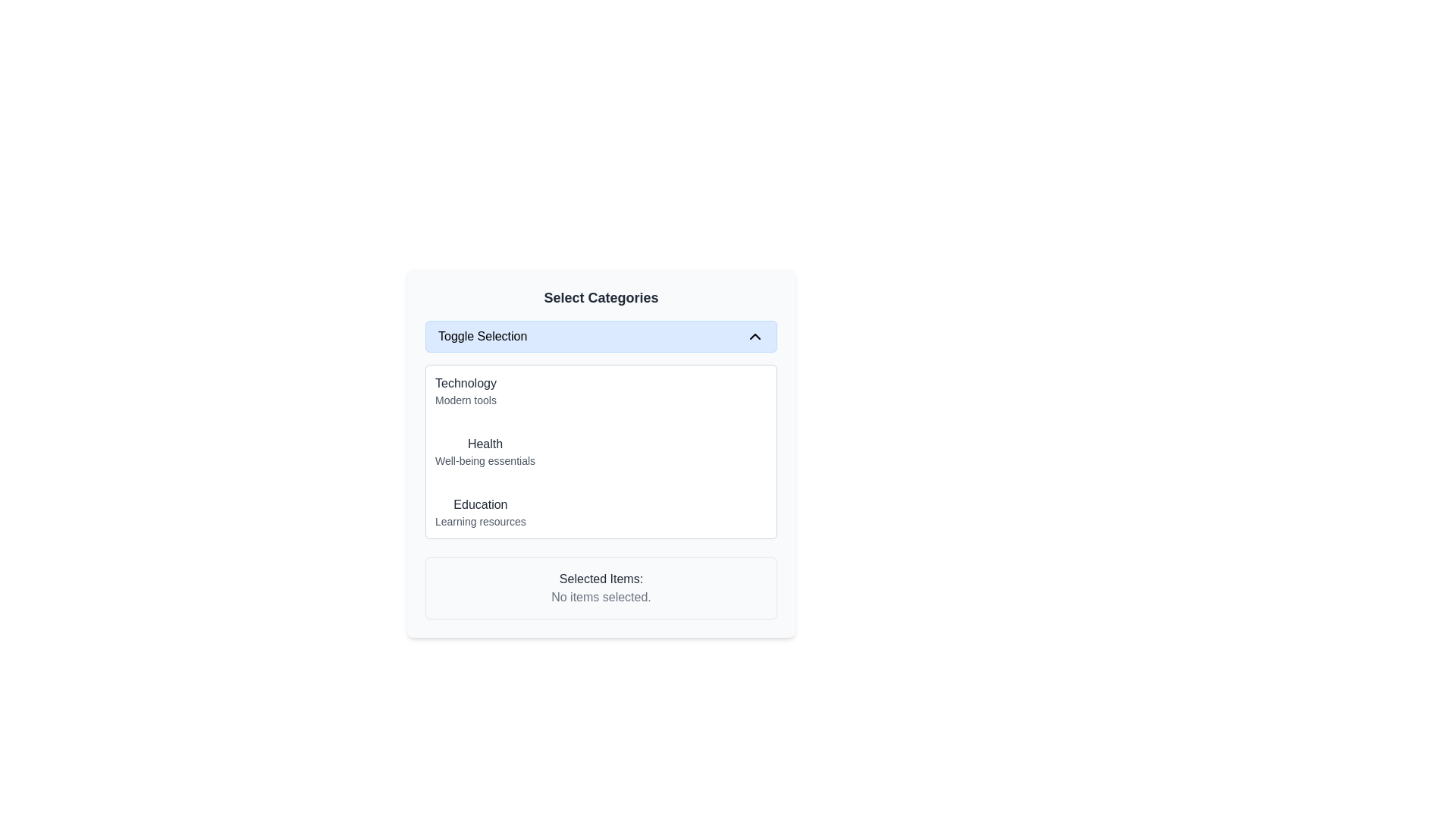 The height and width of the screenshot is (819, 1456). Describe the element at coordinates (484, 444) in the screenshot. I see `the non-interactive category label located in the second slot of the vertical list within the 'Select Categories' panel, positioned between 'Technology' and 'Well-being essentials'` at that location.